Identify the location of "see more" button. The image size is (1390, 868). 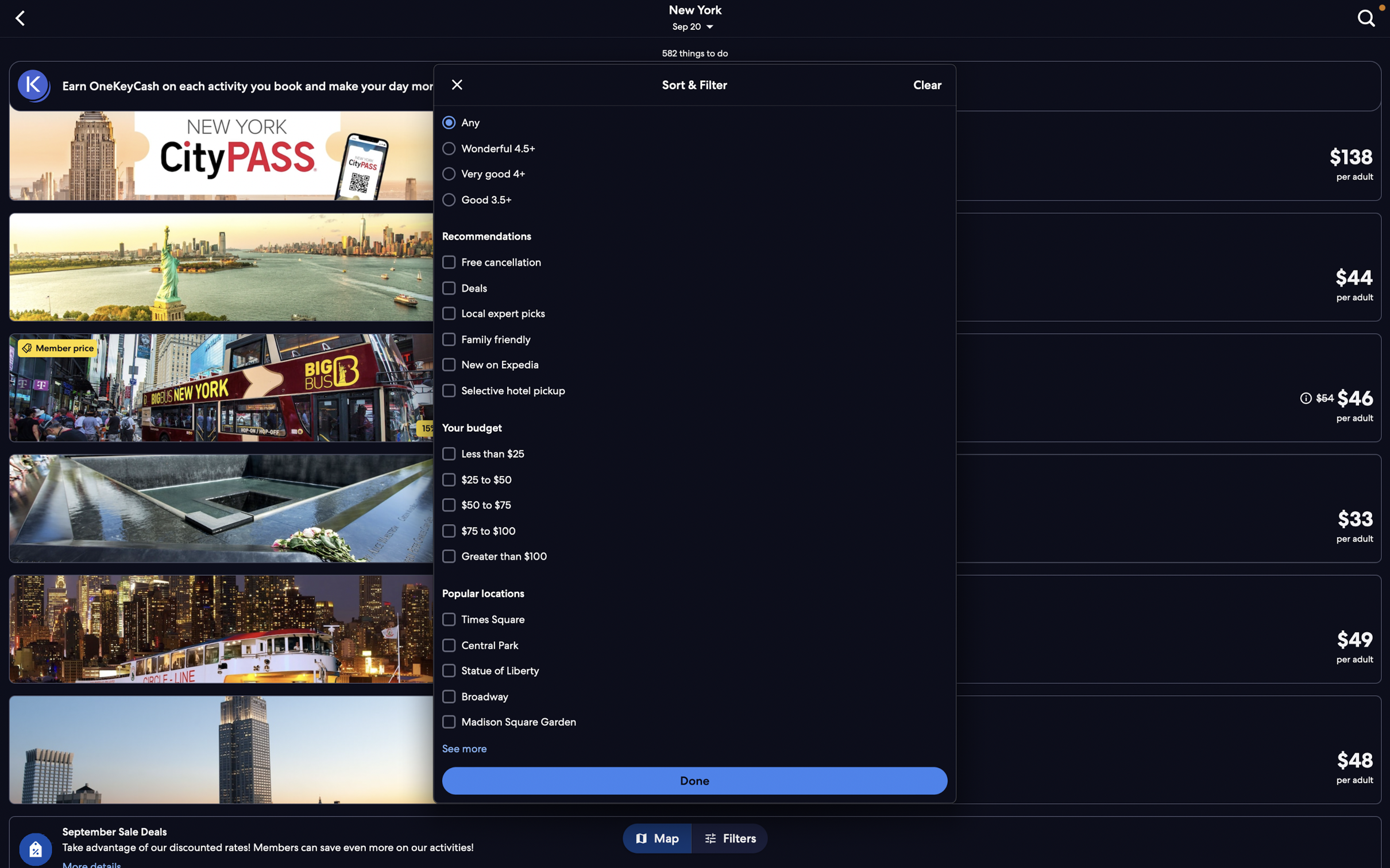
(464, 749).